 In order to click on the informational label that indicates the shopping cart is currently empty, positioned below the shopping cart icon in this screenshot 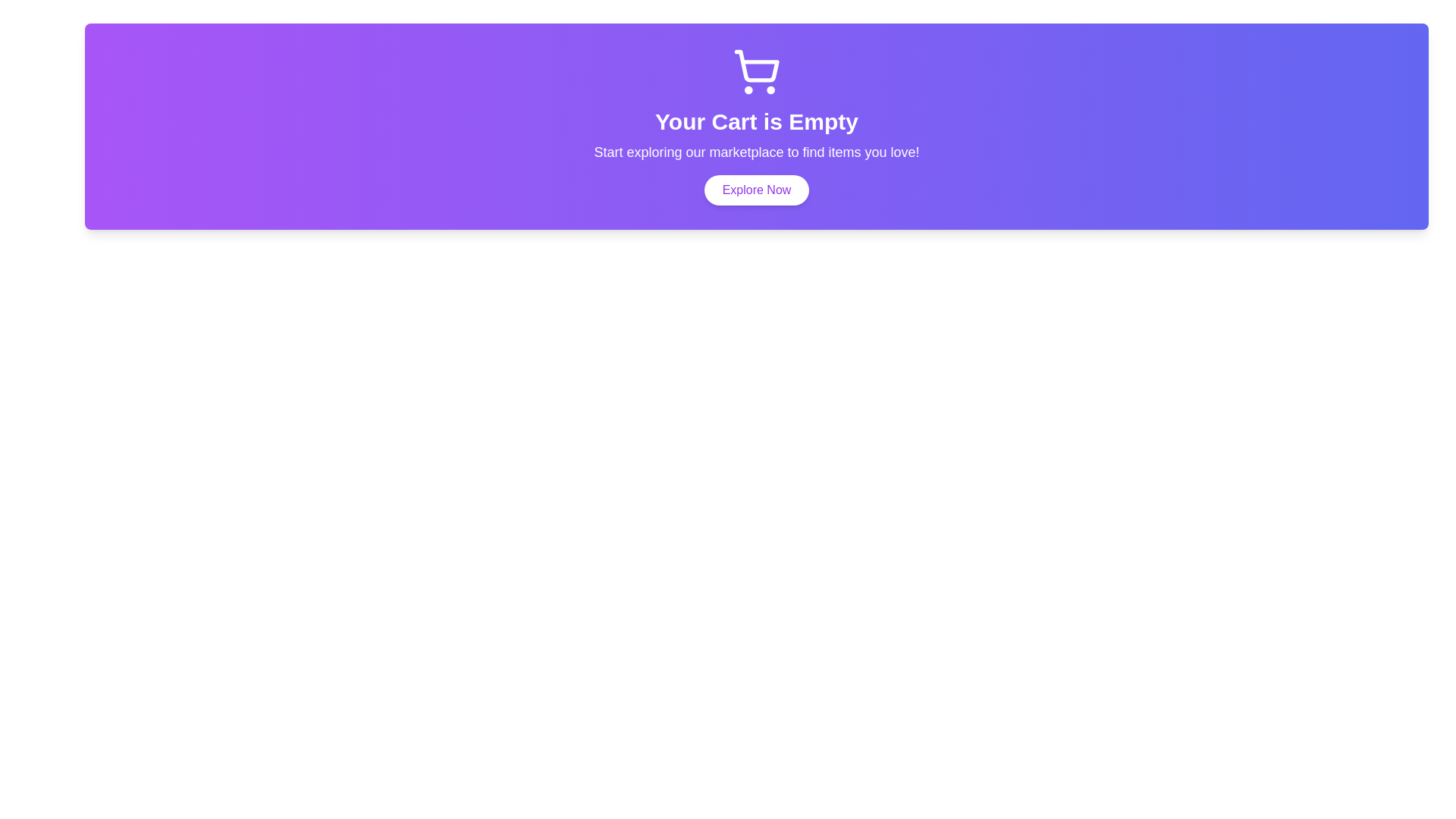, I will do `click(757, 121)`.